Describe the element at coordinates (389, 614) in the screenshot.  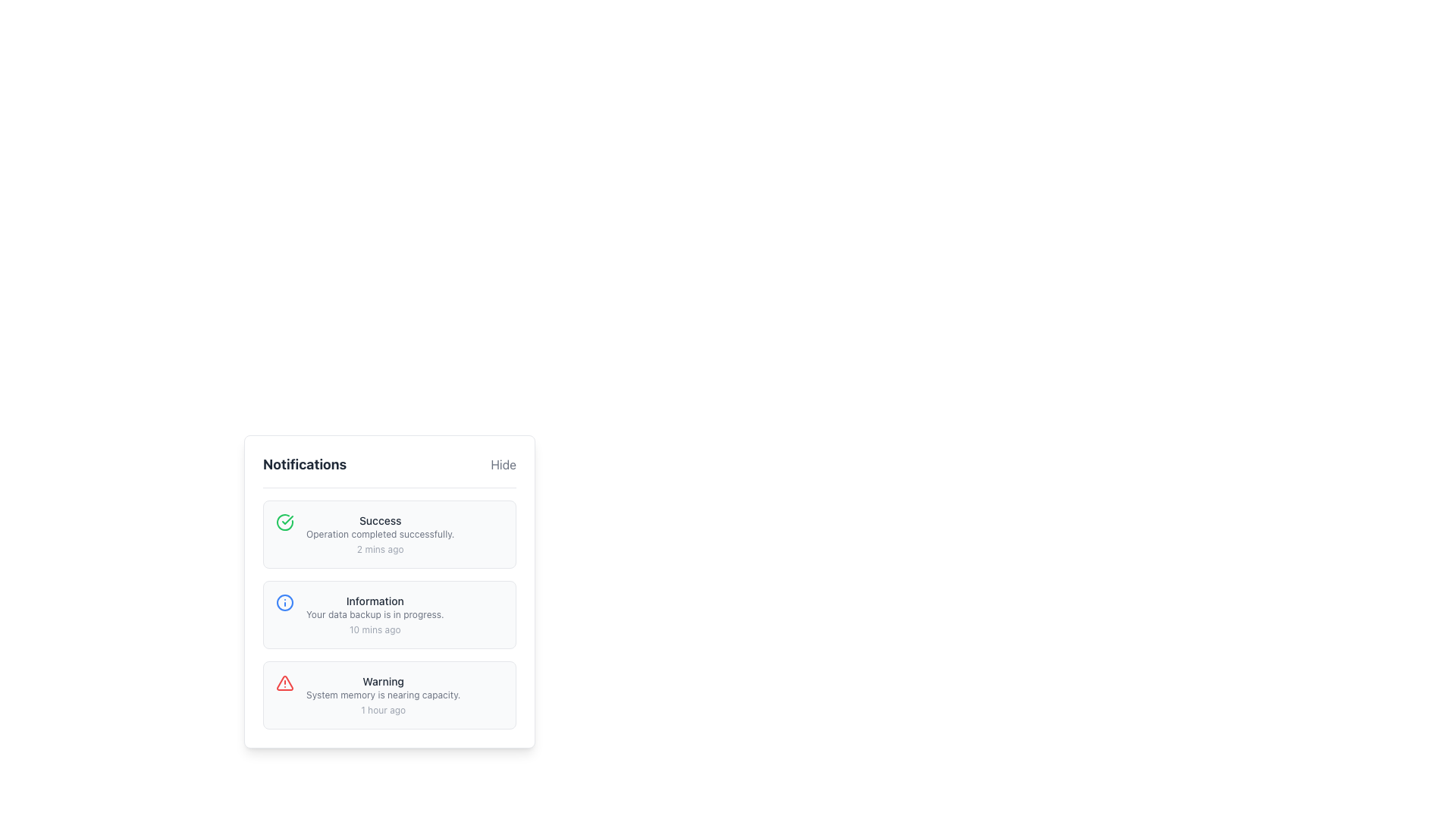
I see `the second notification card in the notifications panel that informs about an ongoing data backup process` at that location.